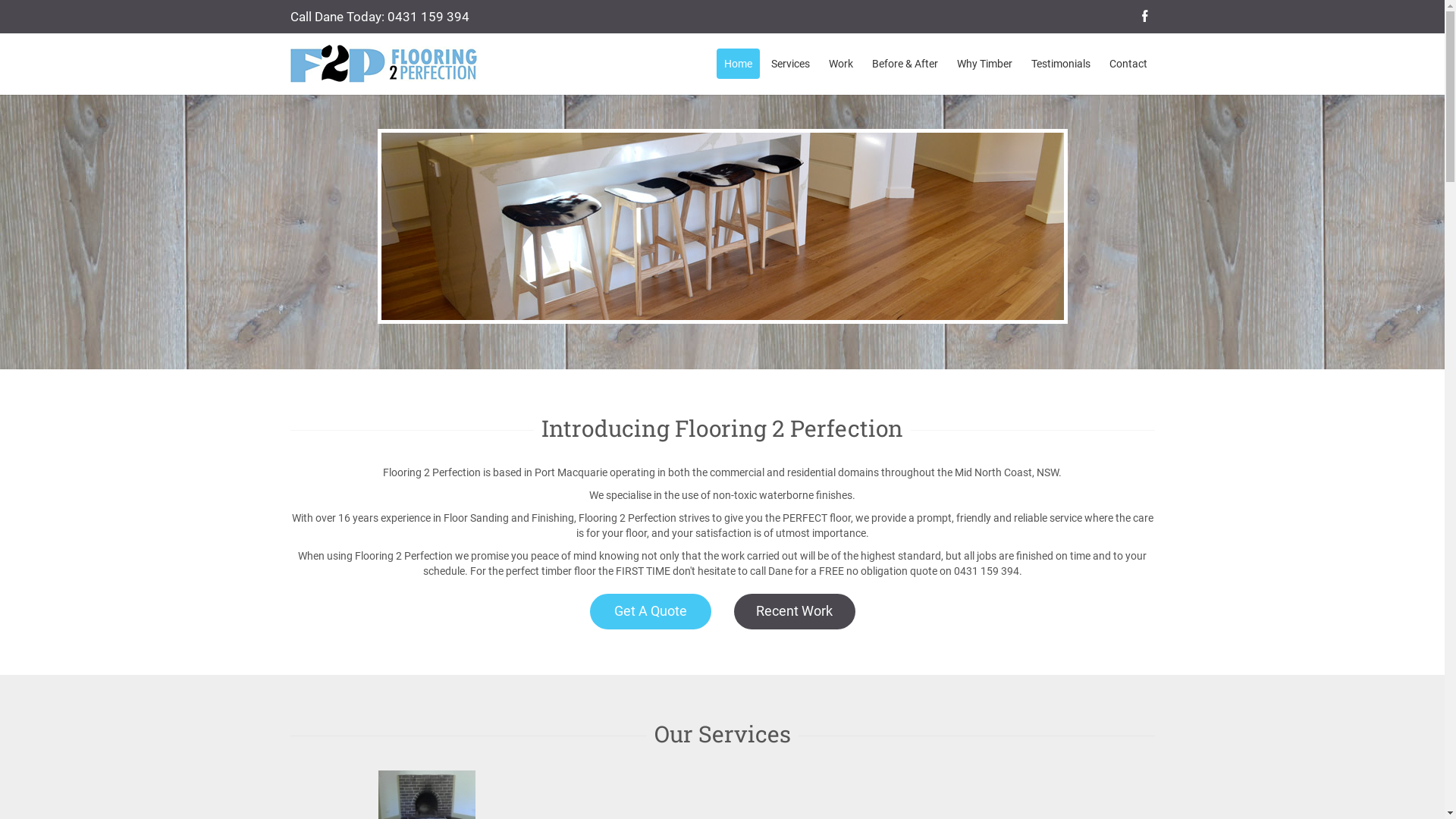  I want to click on 'Why Timber', so click(984, 63).